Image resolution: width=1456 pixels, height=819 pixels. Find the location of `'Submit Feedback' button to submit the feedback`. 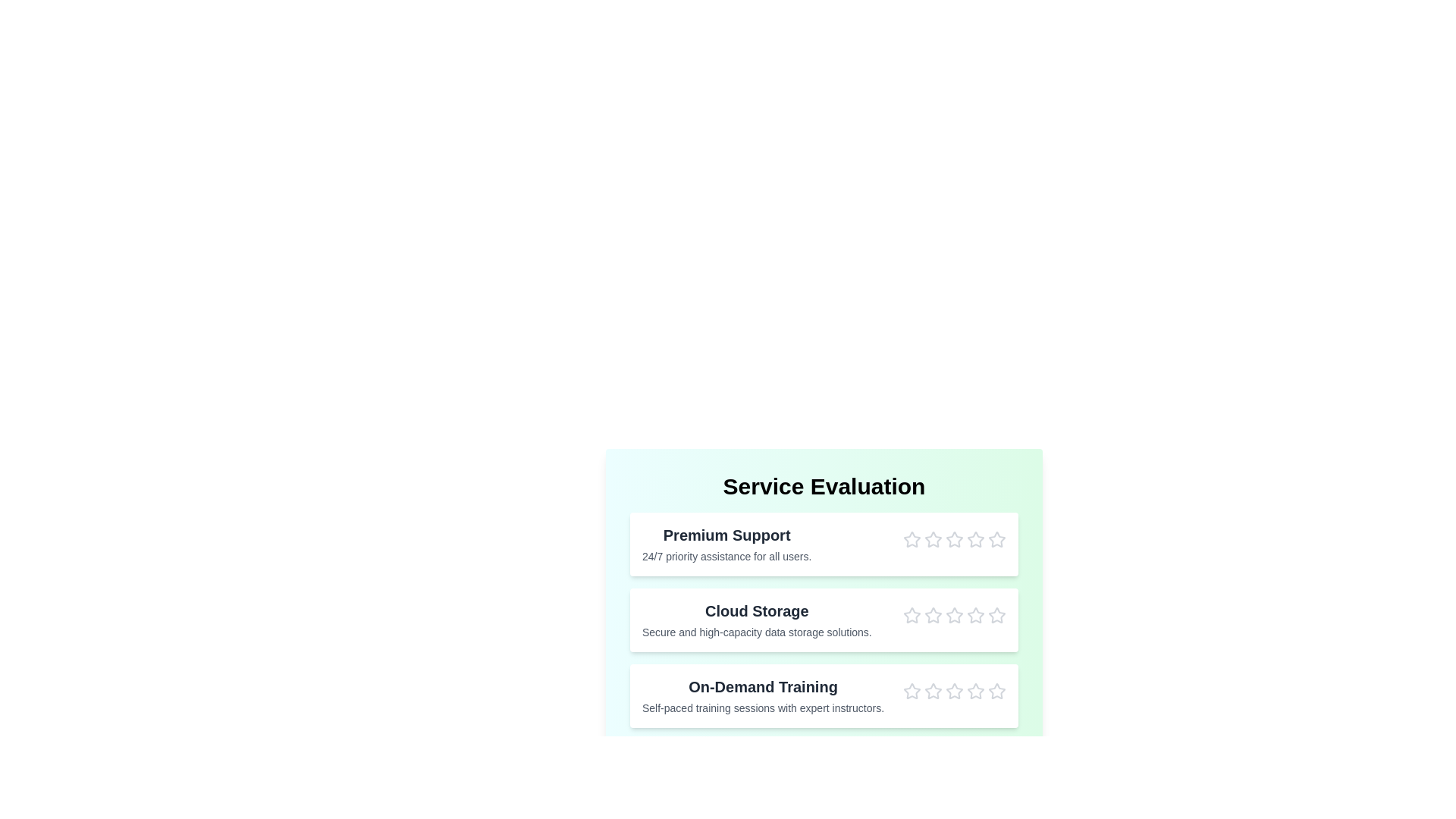

'Submit Feedback' button to submit the feedback is located at coordinates (823, 773).